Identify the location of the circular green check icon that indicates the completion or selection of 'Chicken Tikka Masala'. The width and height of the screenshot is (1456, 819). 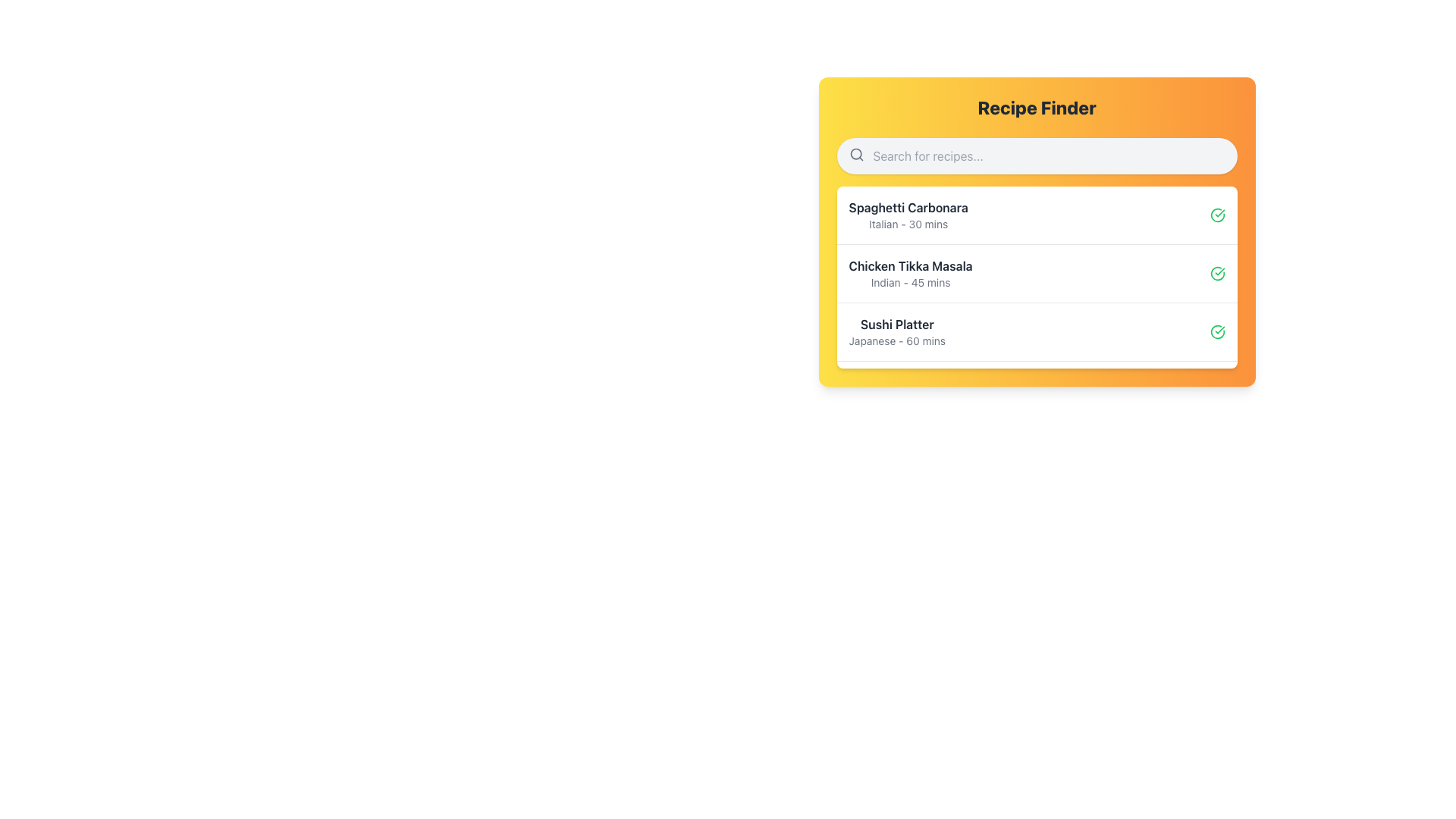
(1217, 274).